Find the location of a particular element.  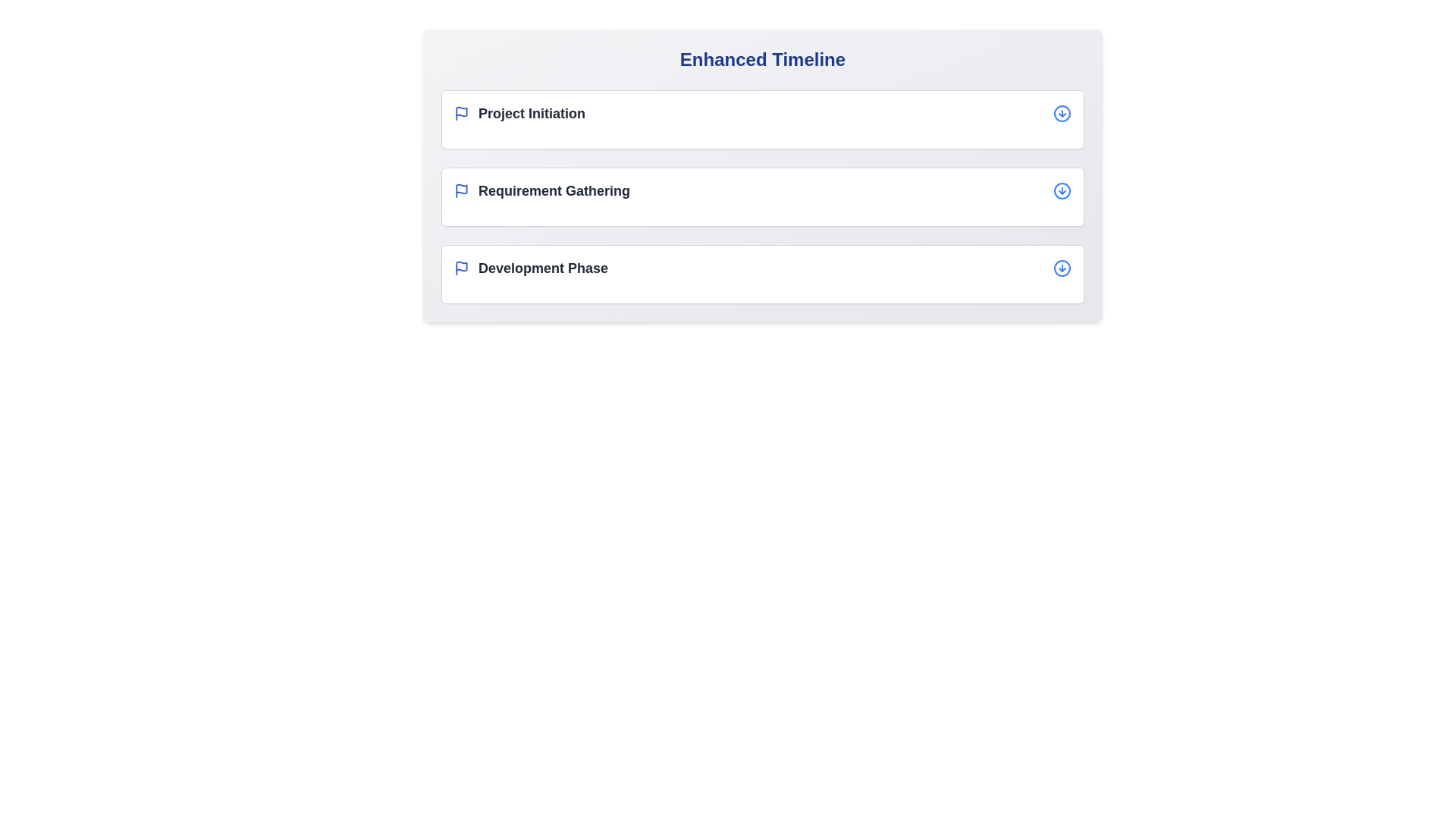

the blue flag icon located to the left of the 'Project Initiation' text in the first row under the 'Enhanced Timeline' header is located at coordinates (461, 113).